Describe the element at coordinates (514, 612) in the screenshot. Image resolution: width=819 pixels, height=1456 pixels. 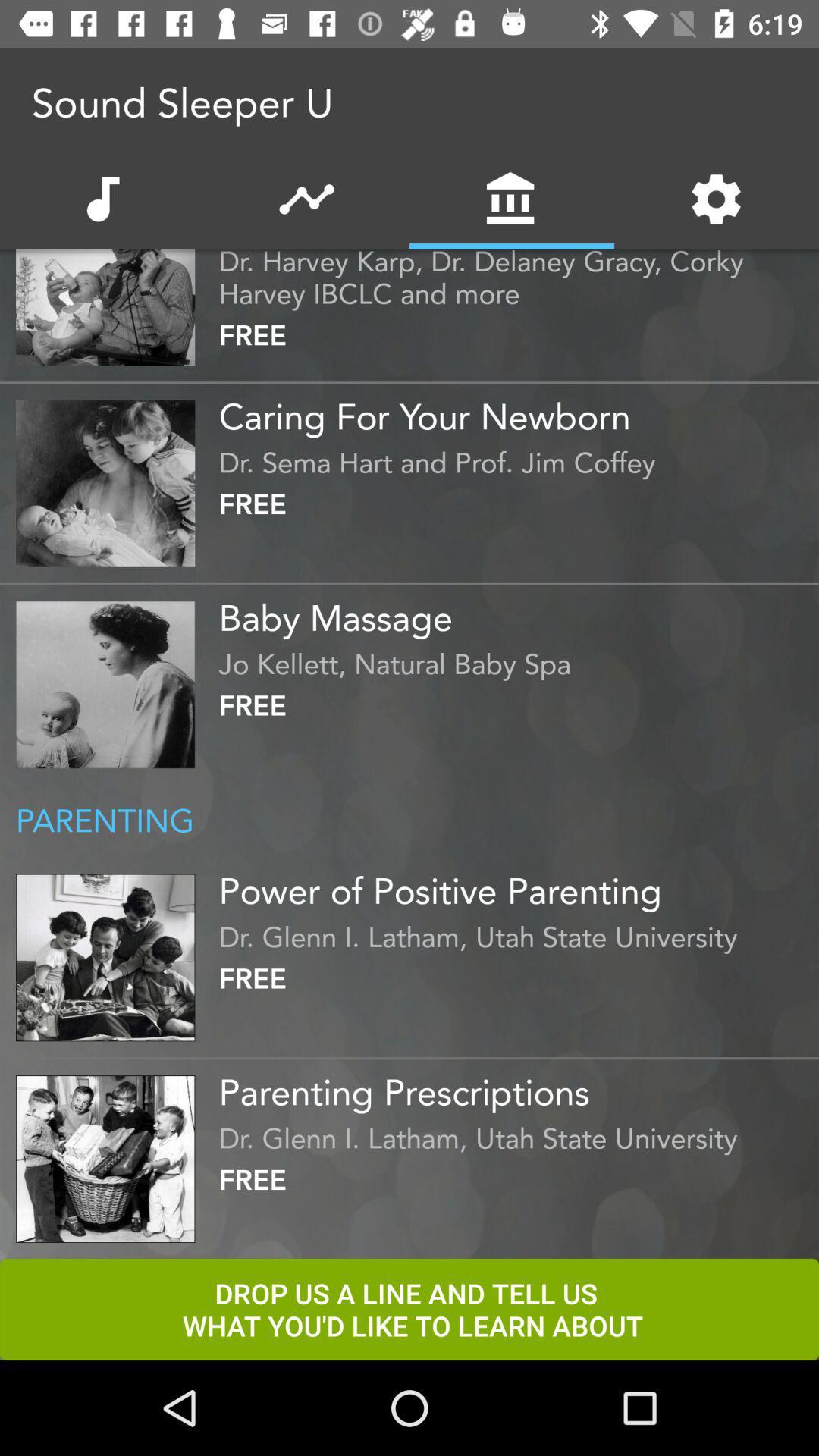
I see `baby massage` at that location.